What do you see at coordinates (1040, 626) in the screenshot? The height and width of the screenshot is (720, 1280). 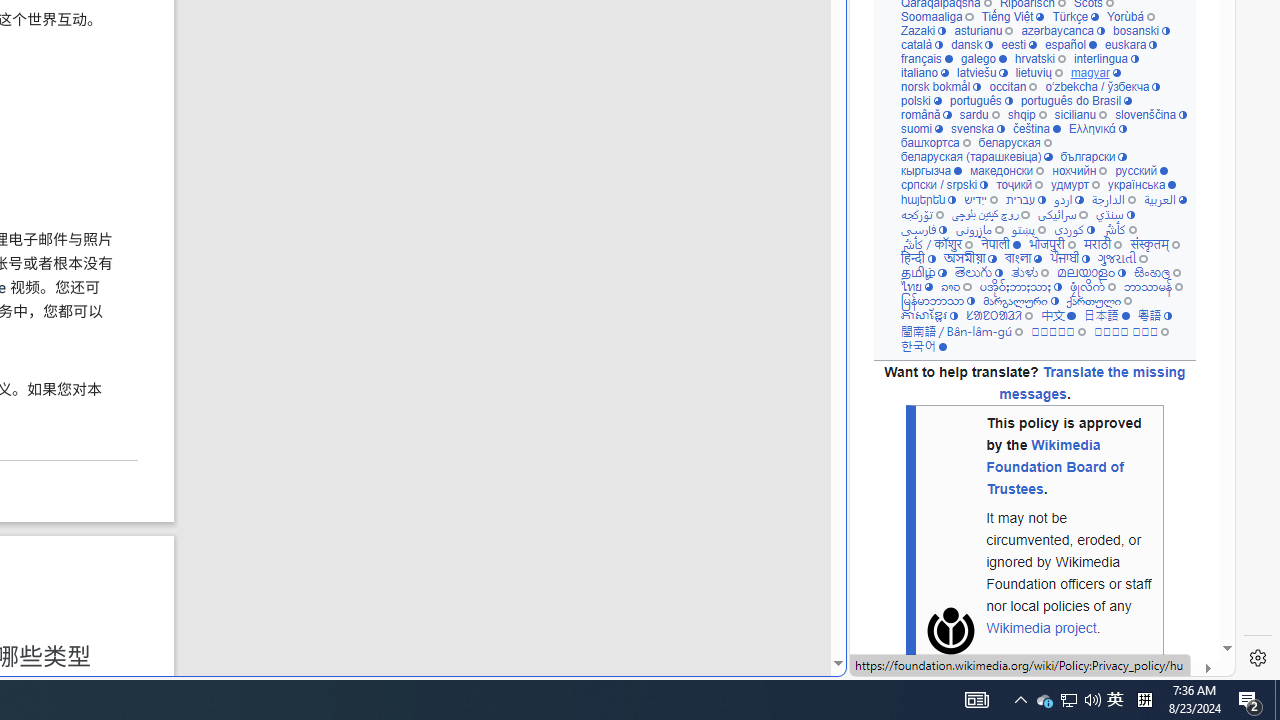 I see `'Wikimedia project'` at bounding box center [1040, 626].